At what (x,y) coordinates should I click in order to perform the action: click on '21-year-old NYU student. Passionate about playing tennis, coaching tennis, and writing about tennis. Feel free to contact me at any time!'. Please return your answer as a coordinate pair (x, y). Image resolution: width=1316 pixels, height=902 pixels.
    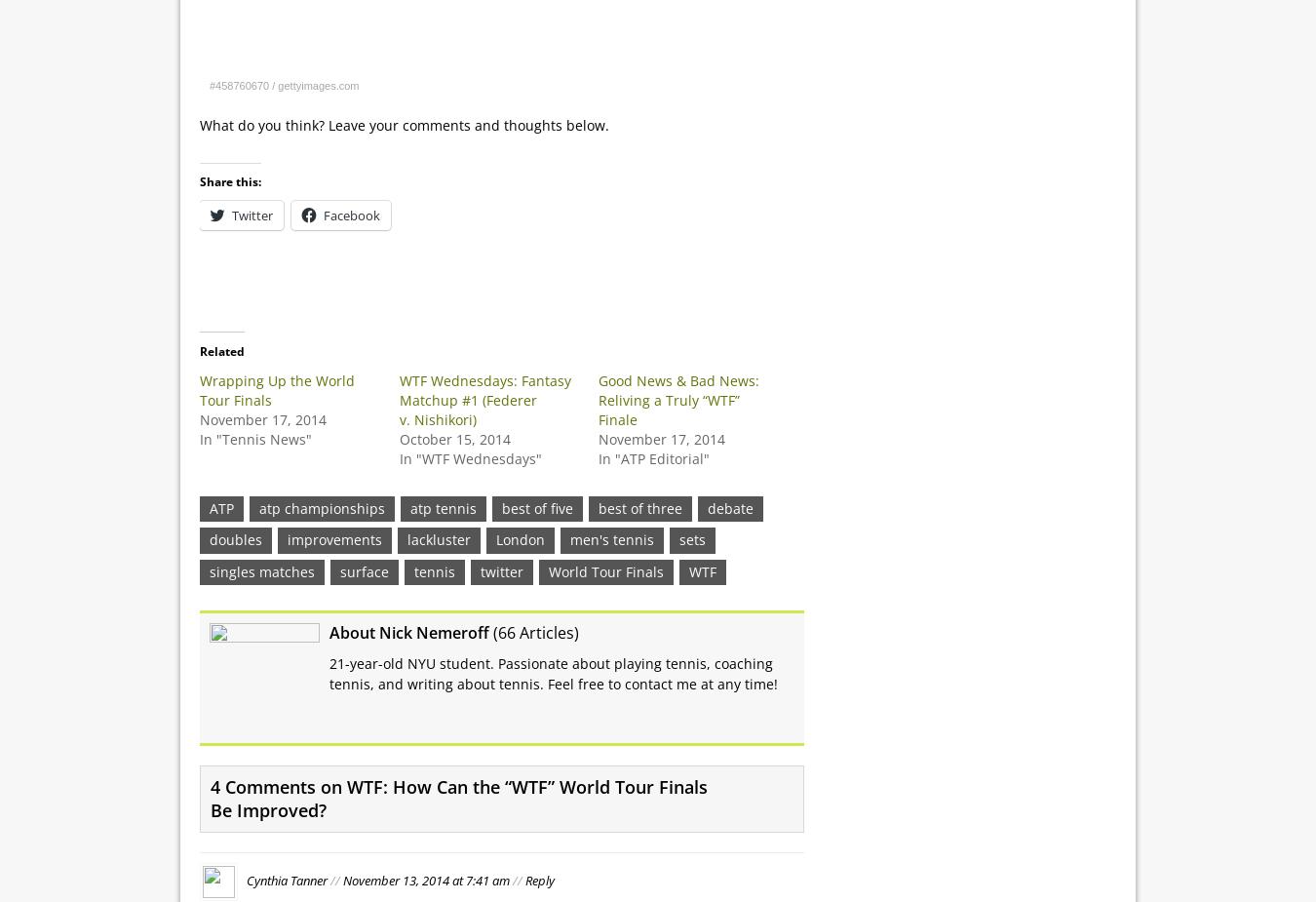
    Looking at the image, I should click on (329, 673).